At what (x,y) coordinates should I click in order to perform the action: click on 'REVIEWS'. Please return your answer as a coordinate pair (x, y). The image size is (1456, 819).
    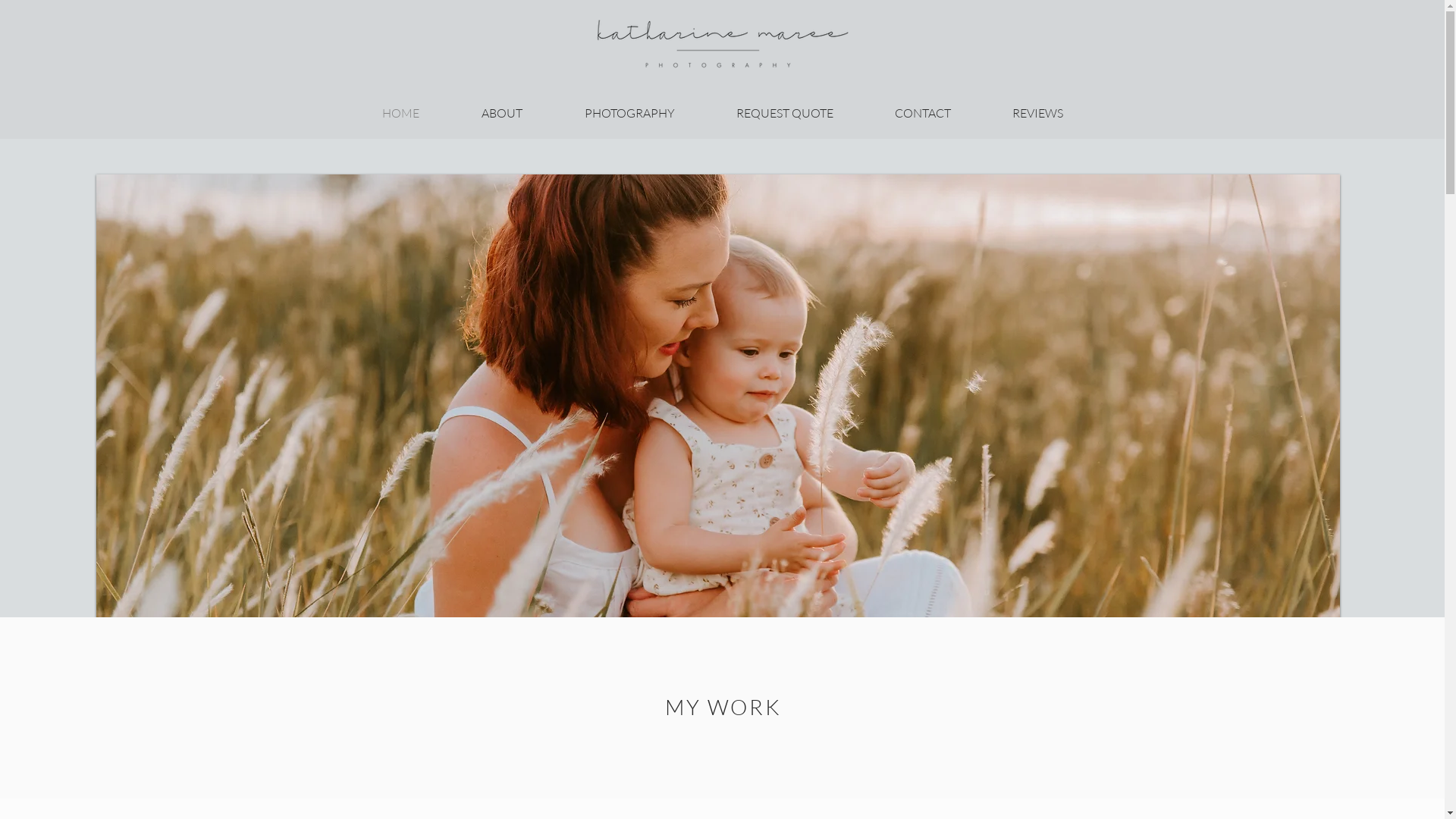
    Looking at the image, I should click on (1037, 112).